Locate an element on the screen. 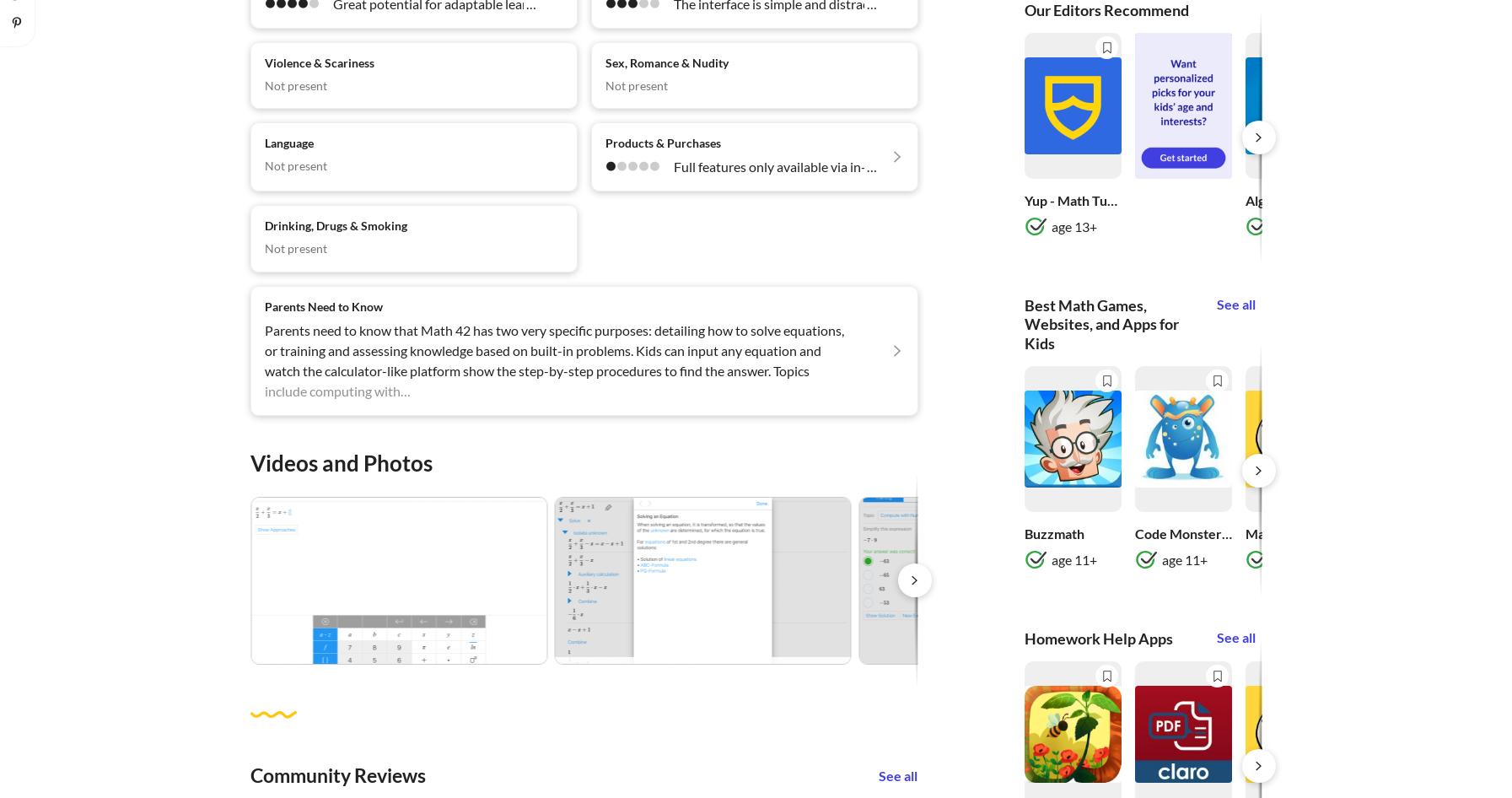 The height and width of the screenshot is (798, 1512). 'Best Math Games, Websites, and Apps for Kids' is located at coordinates (1024, 323).